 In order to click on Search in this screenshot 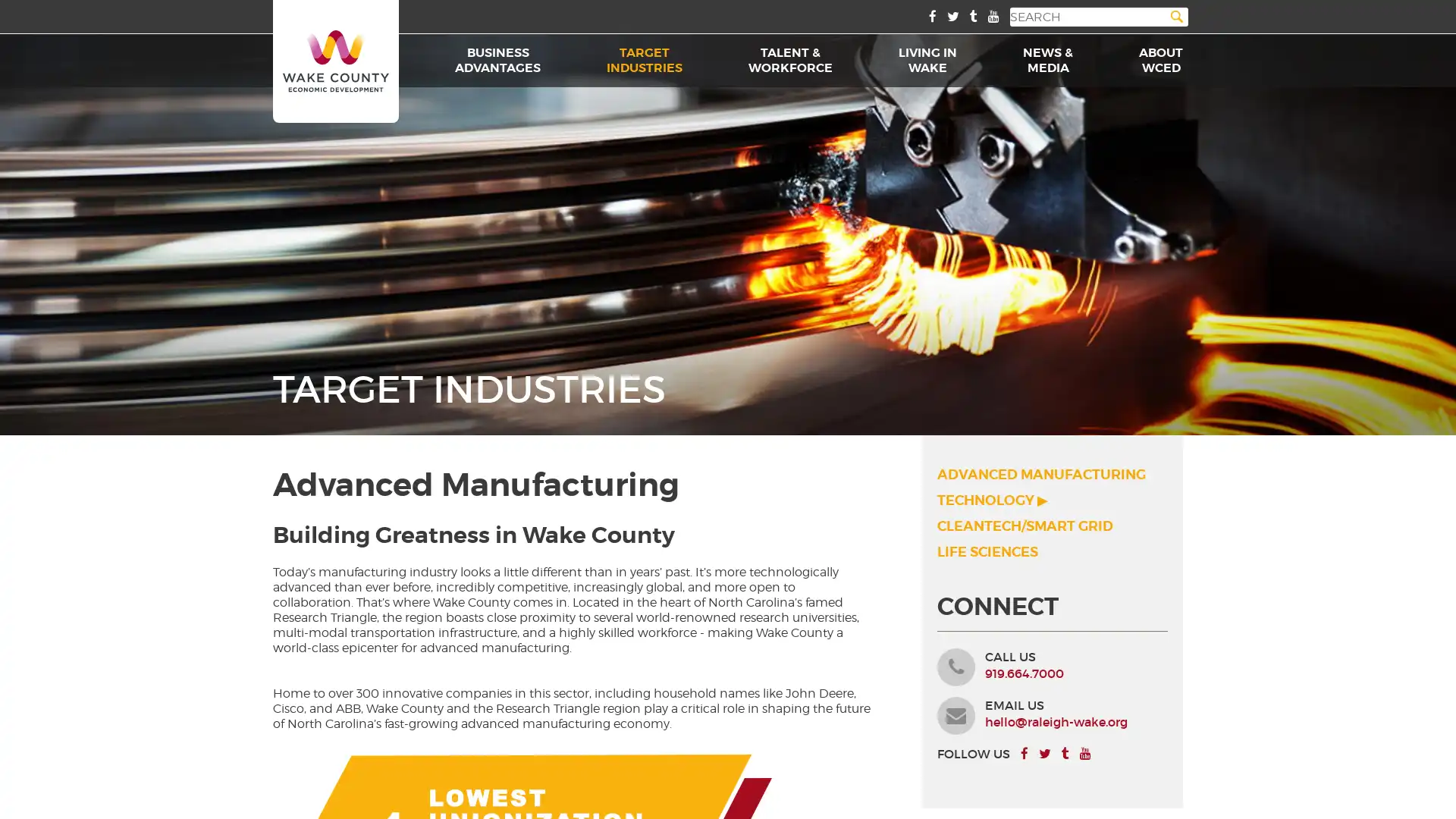, I will do `click(1175, 17)`.